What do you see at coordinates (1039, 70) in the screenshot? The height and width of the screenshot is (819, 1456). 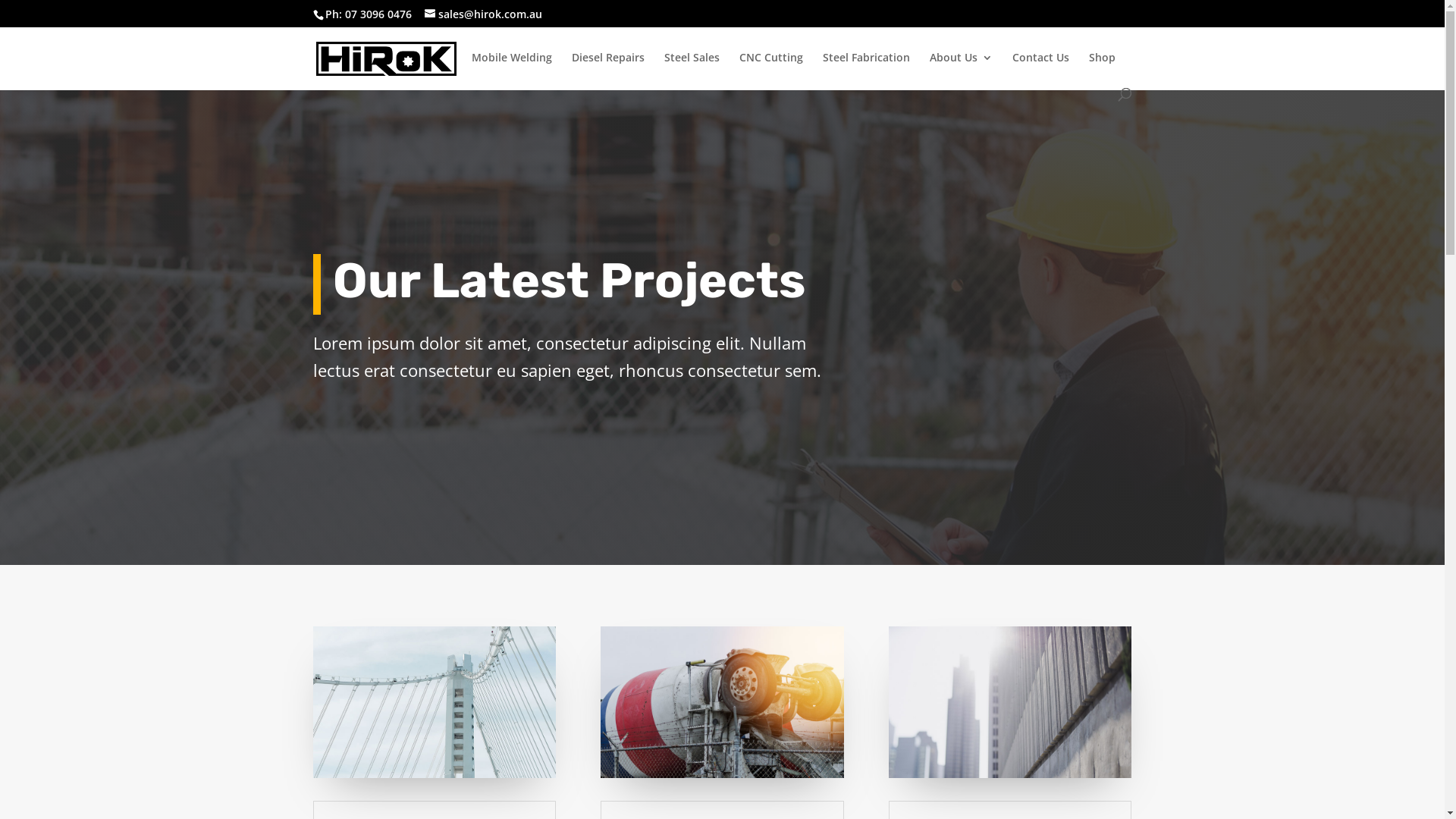 I see `'Contact Us'` at bounding box center [1039, 70].